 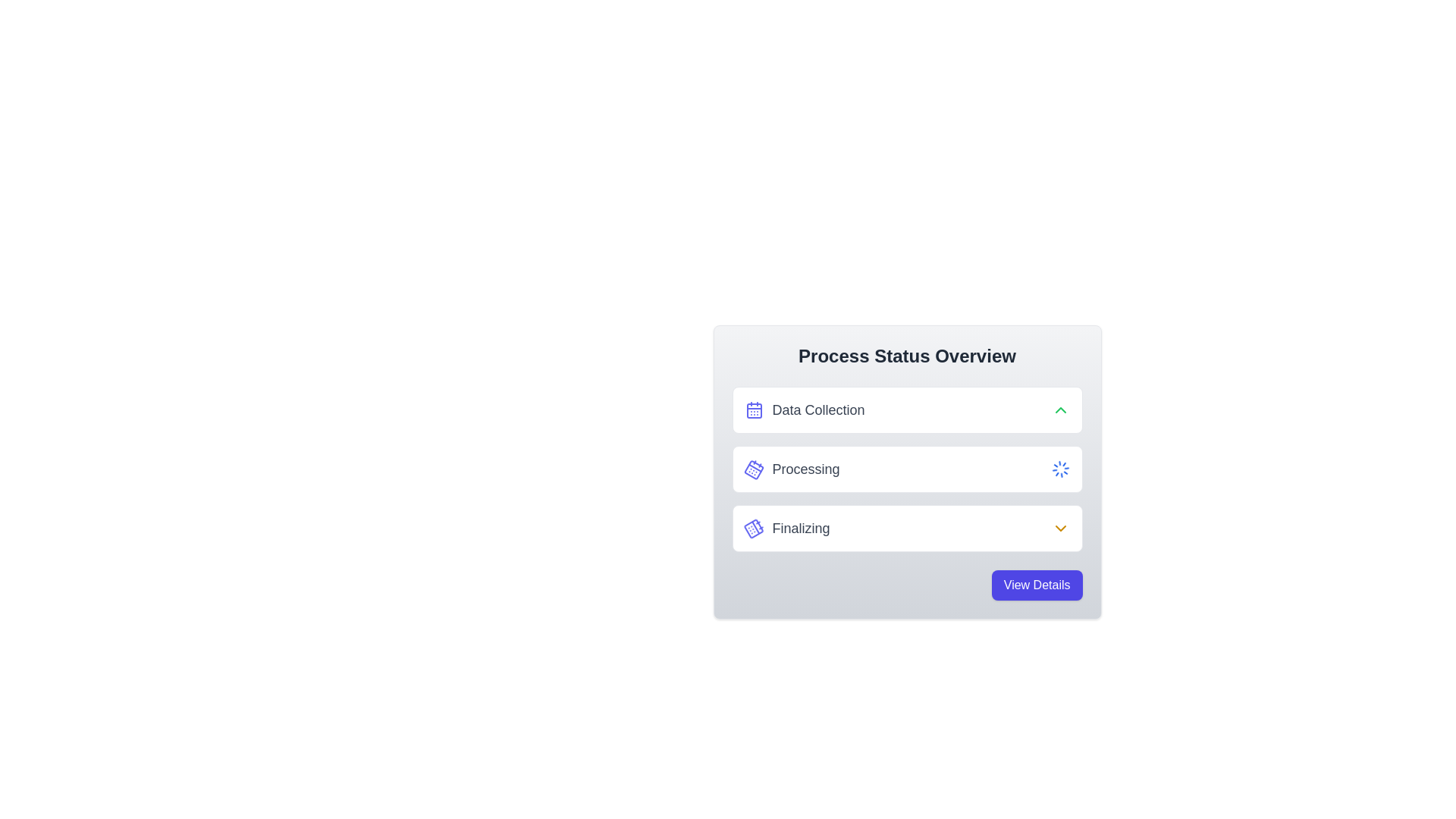 I want to click on the text label displaying 'Data Collection' that is horizontally aligned with a calendar icon within the 'Process Status Overview' card, so click(x=817, y=409).